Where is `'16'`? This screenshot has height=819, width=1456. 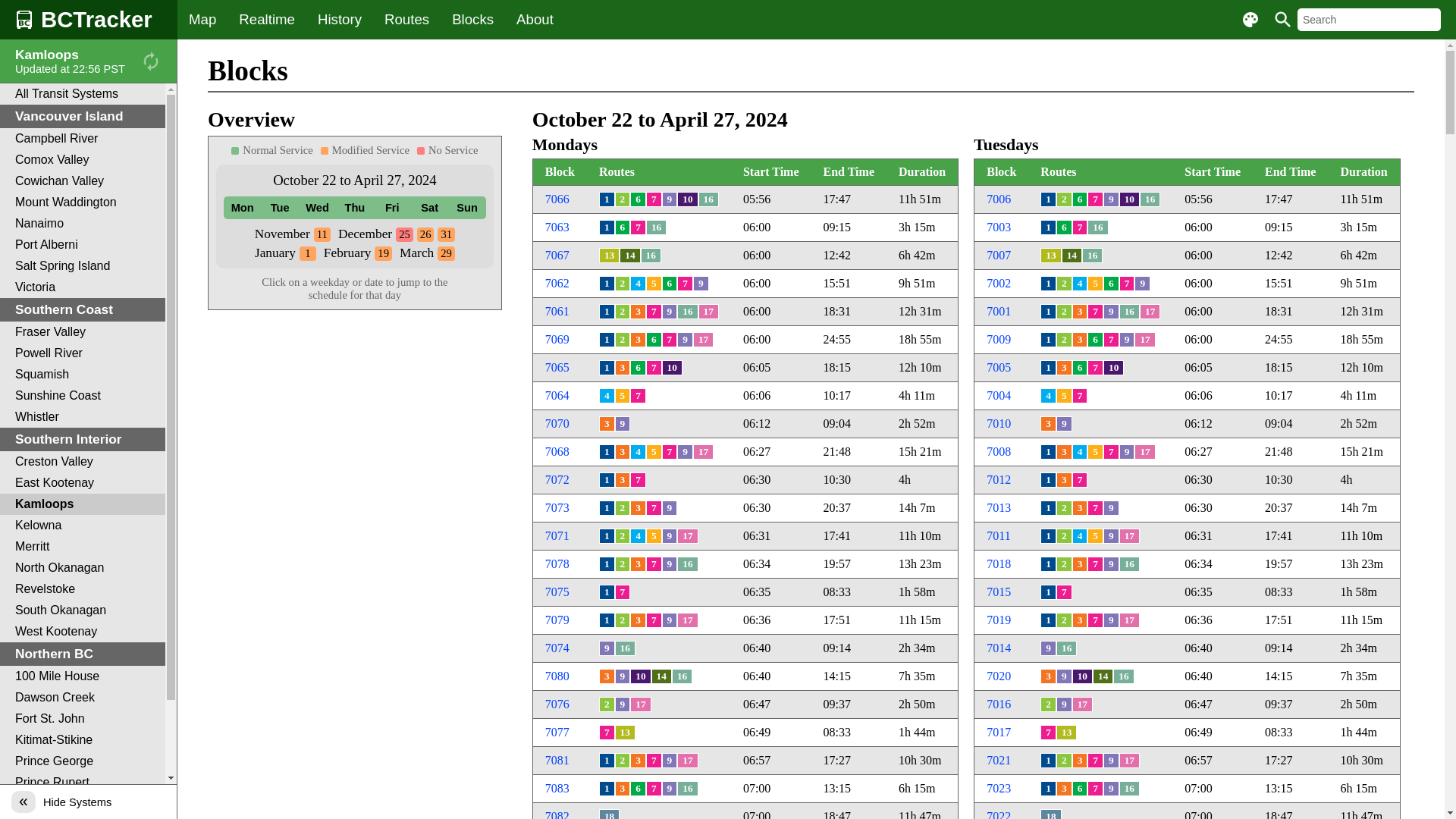
'16' is located at coordinates (1097, 227).